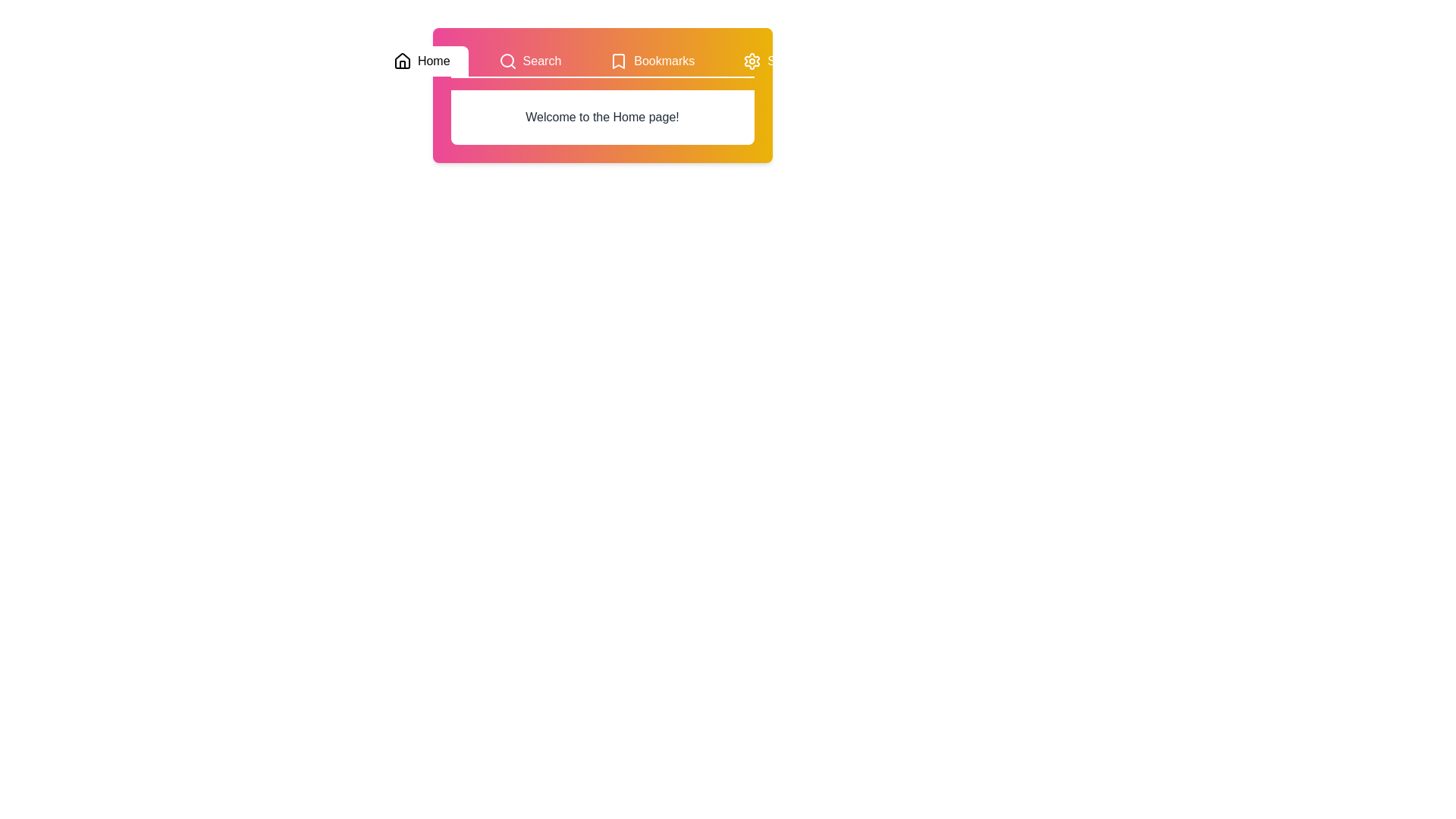 The image size is (1456, 819). I want to click on the Bookmarks tab to switch views, so click(652, 61).